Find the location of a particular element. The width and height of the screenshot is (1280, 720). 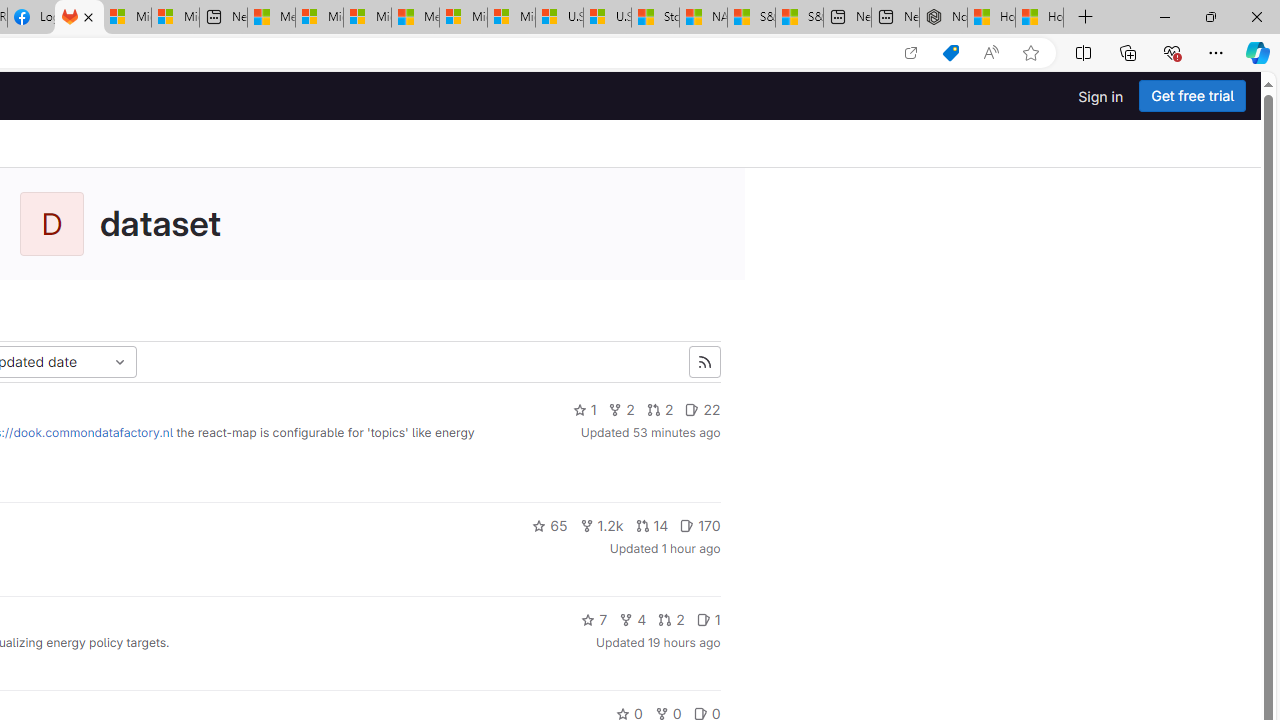

'Close' is located at coordinates (1255, 16).